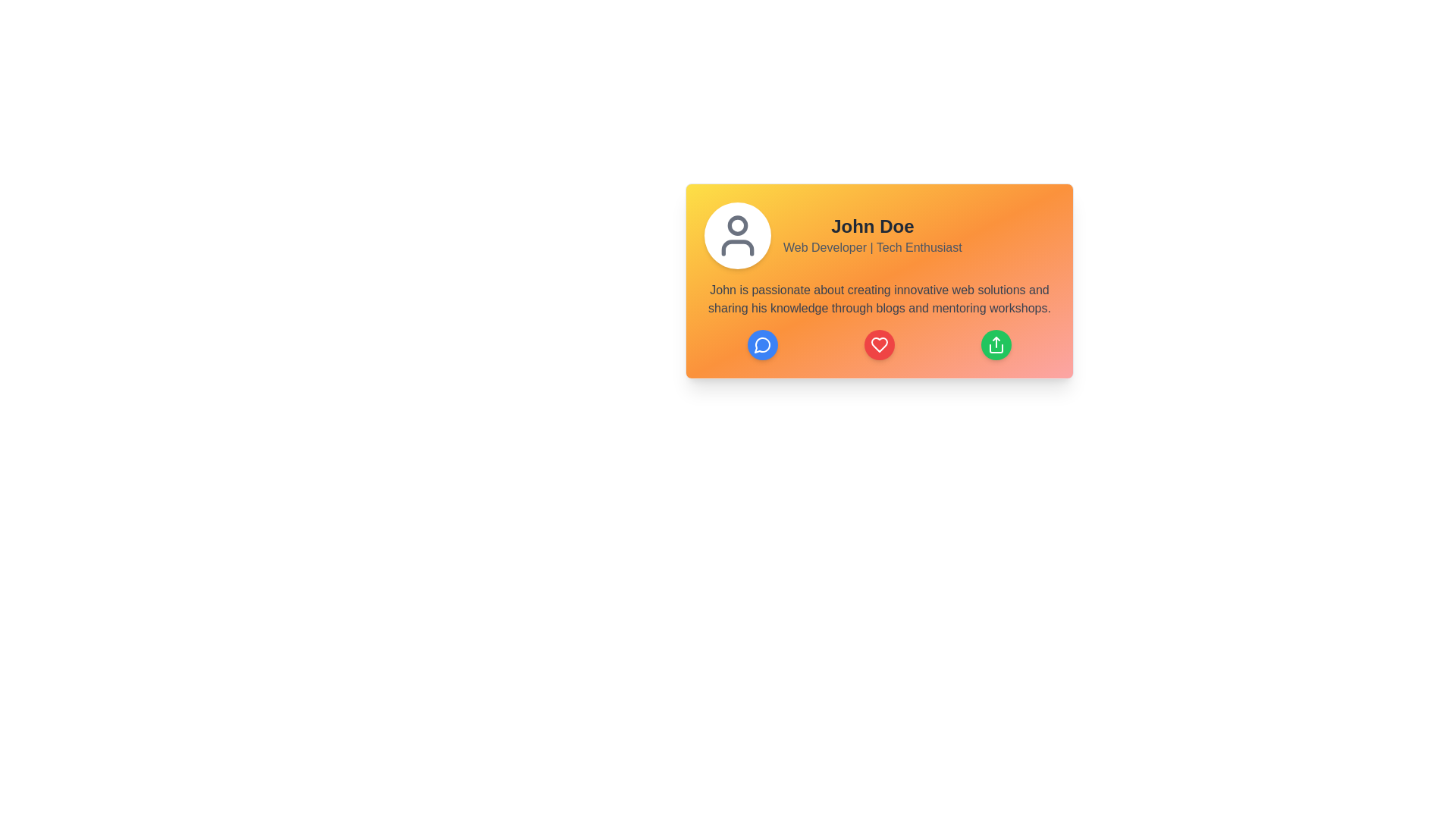 Image resolution: width=1456 pixels, height=819 pixels. What do you see at coordinates (738, 236) in the screenshot?
I see `the circular user profile image icon, which has a white background and a shadow effect, located at the top-left corner of the card` at bounding box center [738, 236].